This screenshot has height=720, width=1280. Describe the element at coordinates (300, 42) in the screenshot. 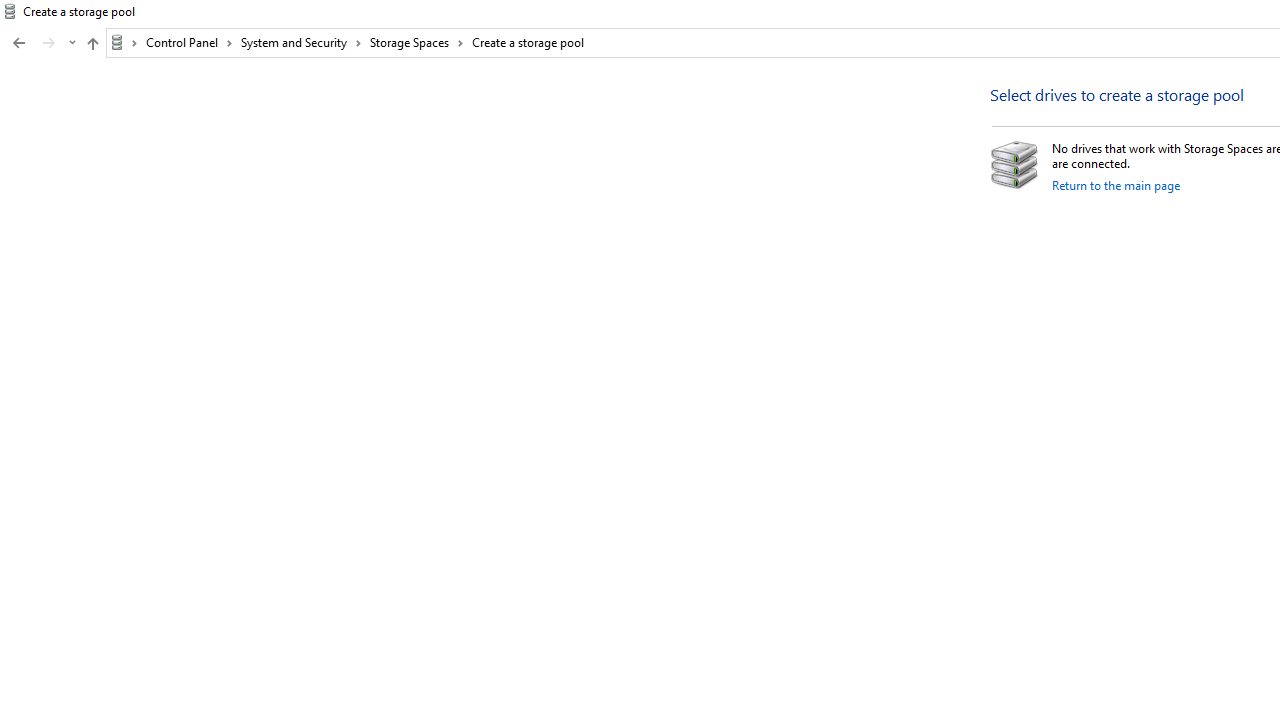

I see `'System and Security'` at that location.